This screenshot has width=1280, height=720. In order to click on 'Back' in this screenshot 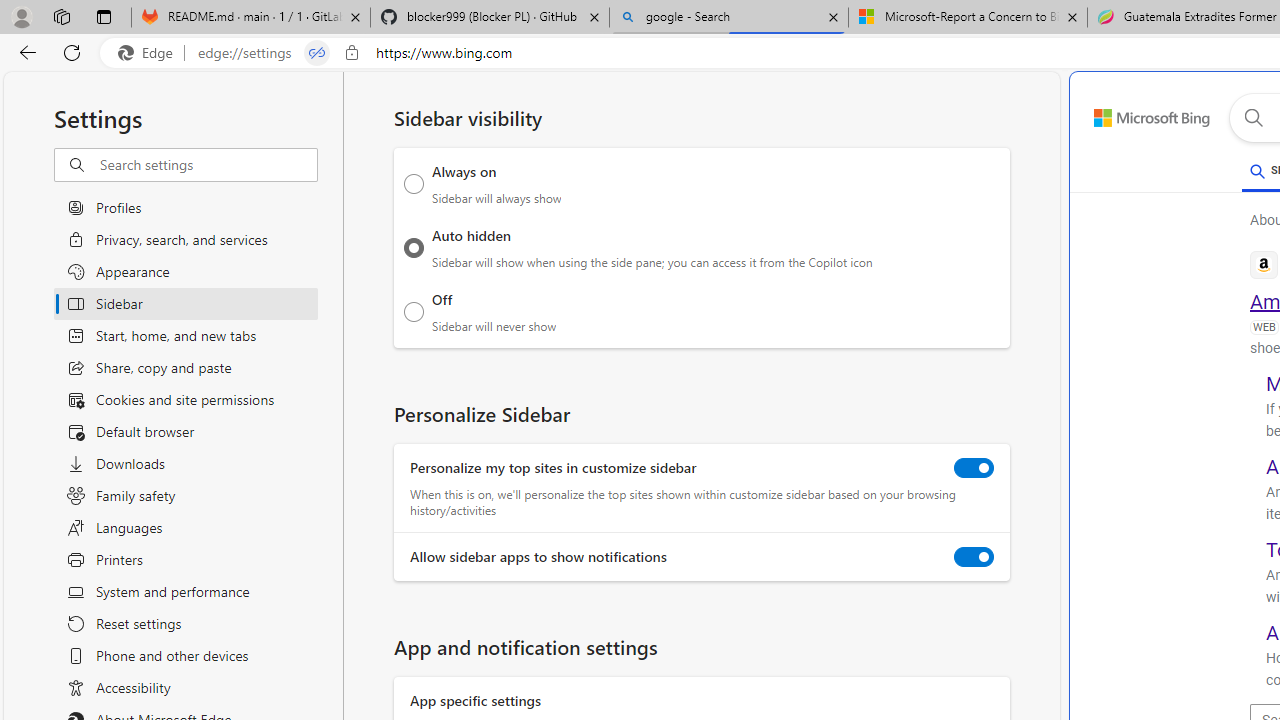, I will do `click(24, 51)`.